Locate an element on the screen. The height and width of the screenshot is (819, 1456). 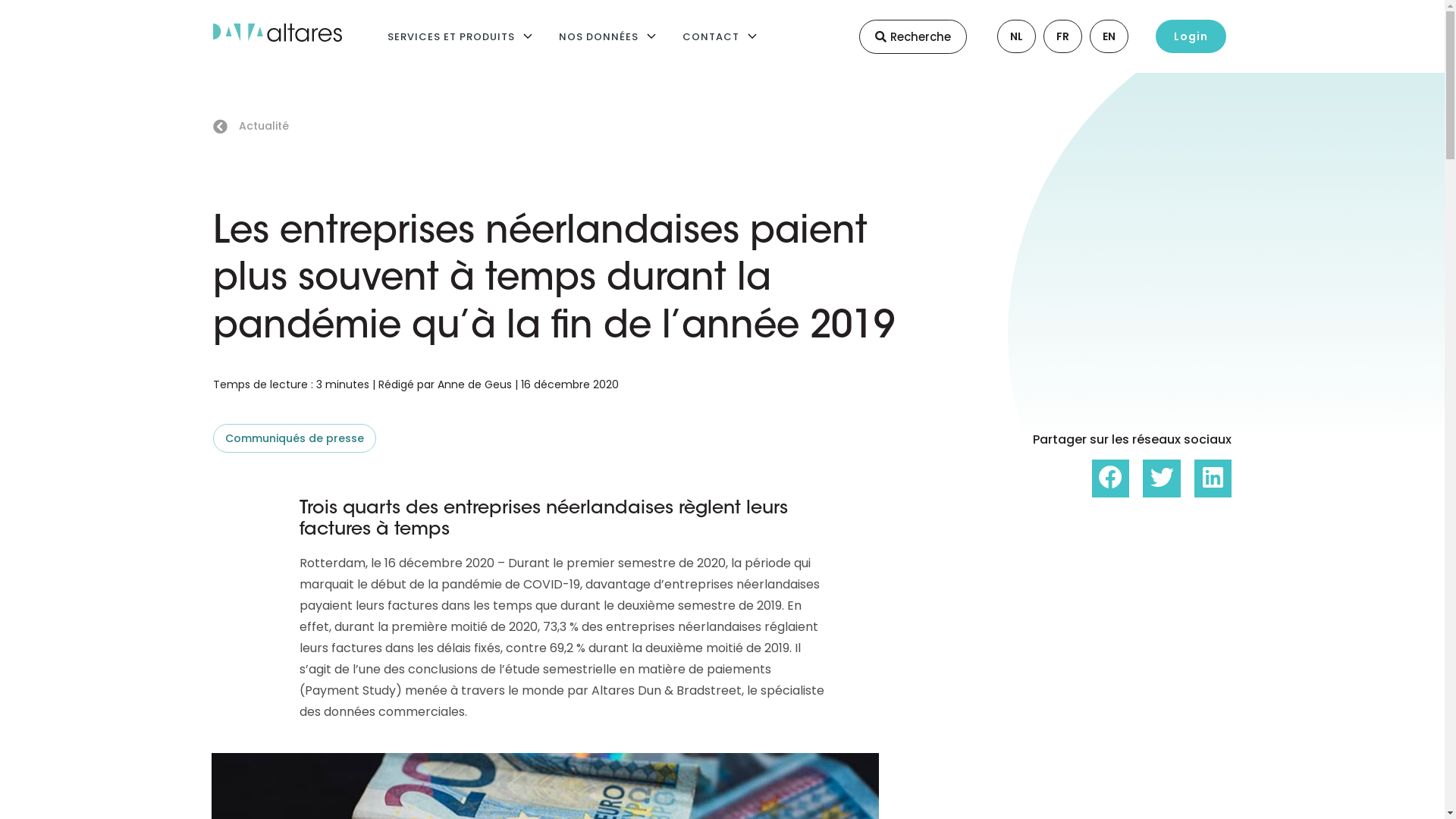
'SERVICES ET PRODUITS' is located at coordinates (450, 36).